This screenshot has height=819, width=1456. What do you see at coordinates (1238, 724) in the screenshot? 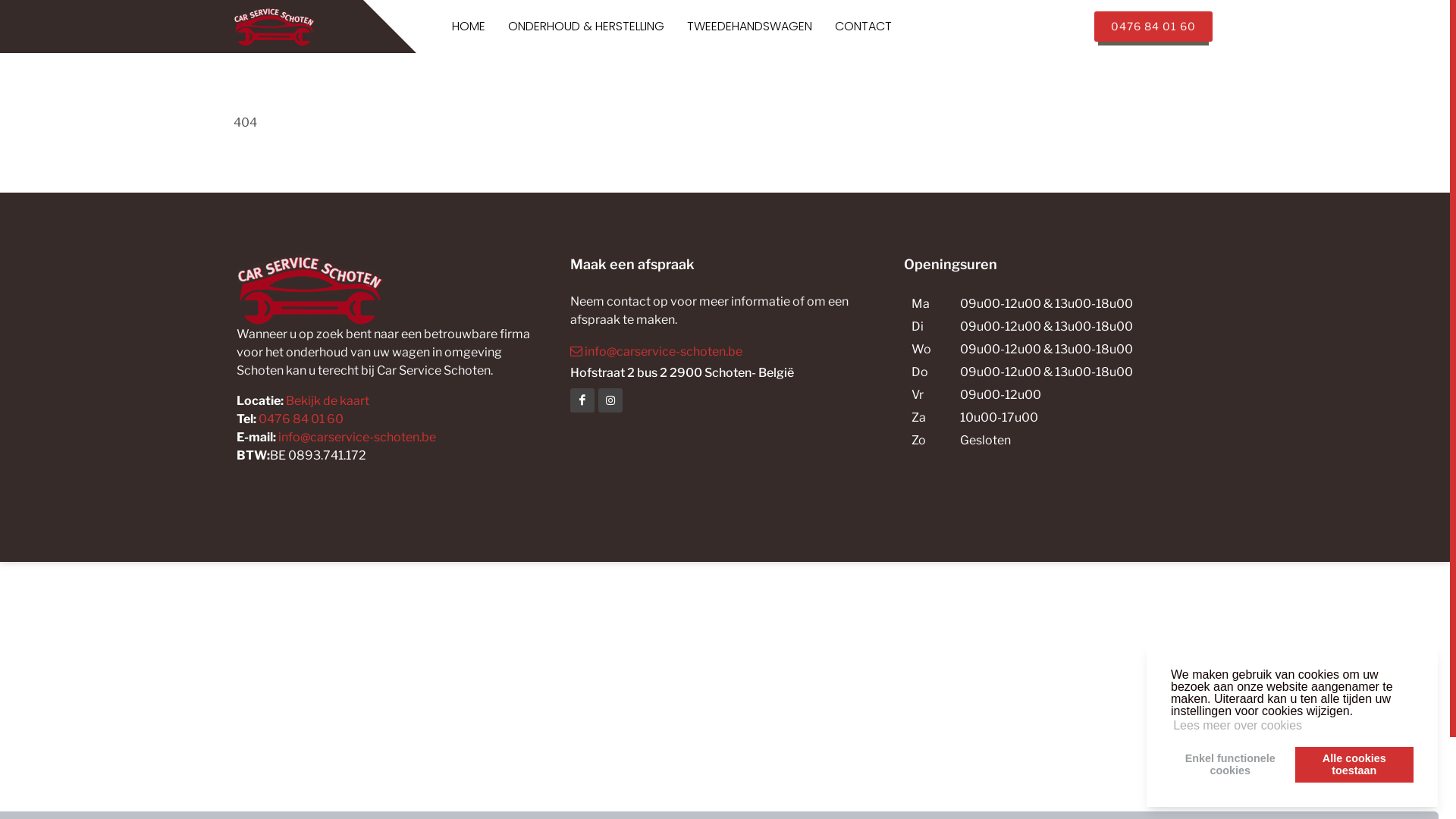
I see `'Lees meer over cookies'` at bounding box center [1238, 724].